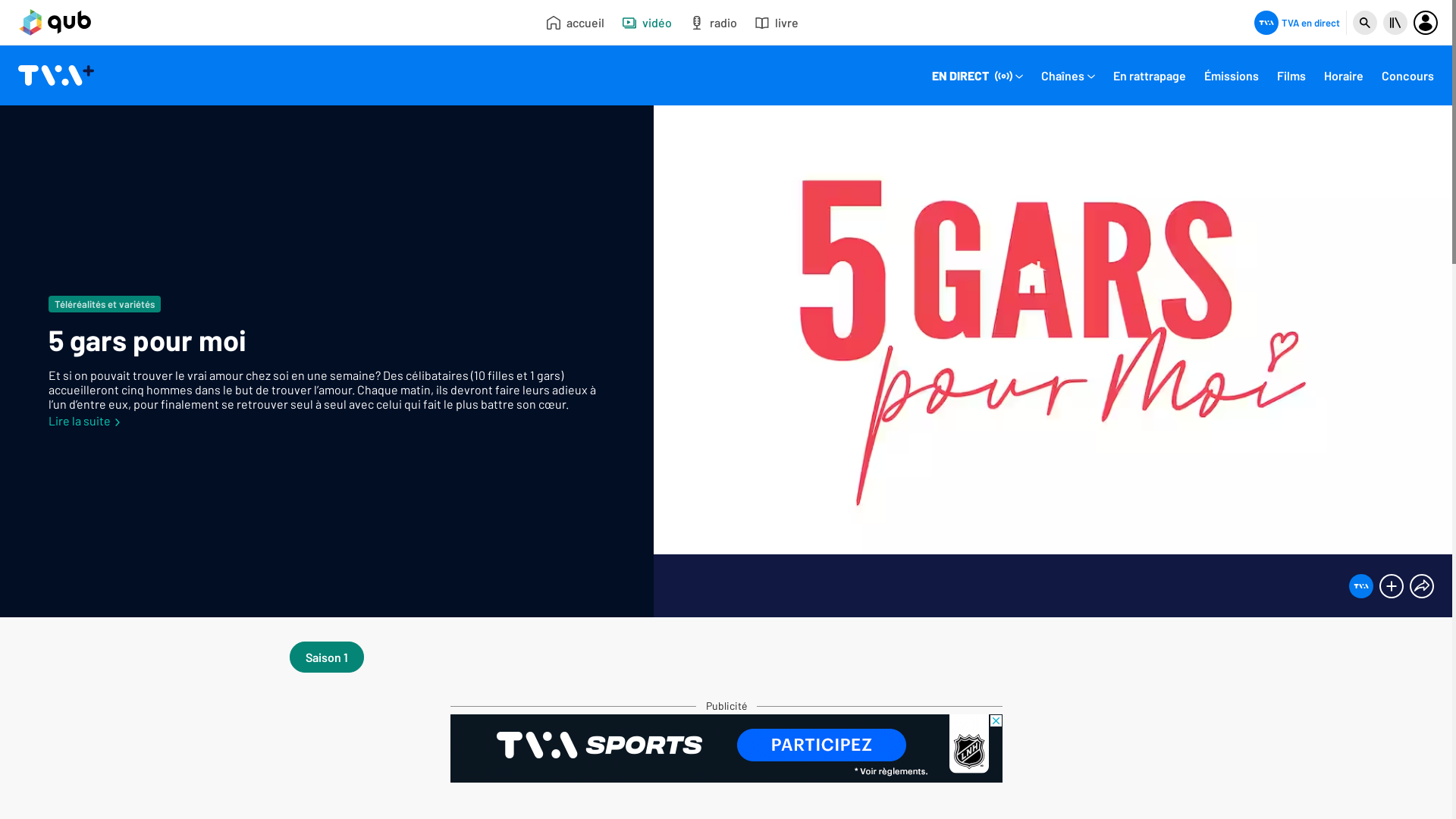 This screenshot has height=819, width=1456. What do you see at coordinates (574, 22) in the screenshot?
I see `'accueil'` at bounding box center [574, 22].